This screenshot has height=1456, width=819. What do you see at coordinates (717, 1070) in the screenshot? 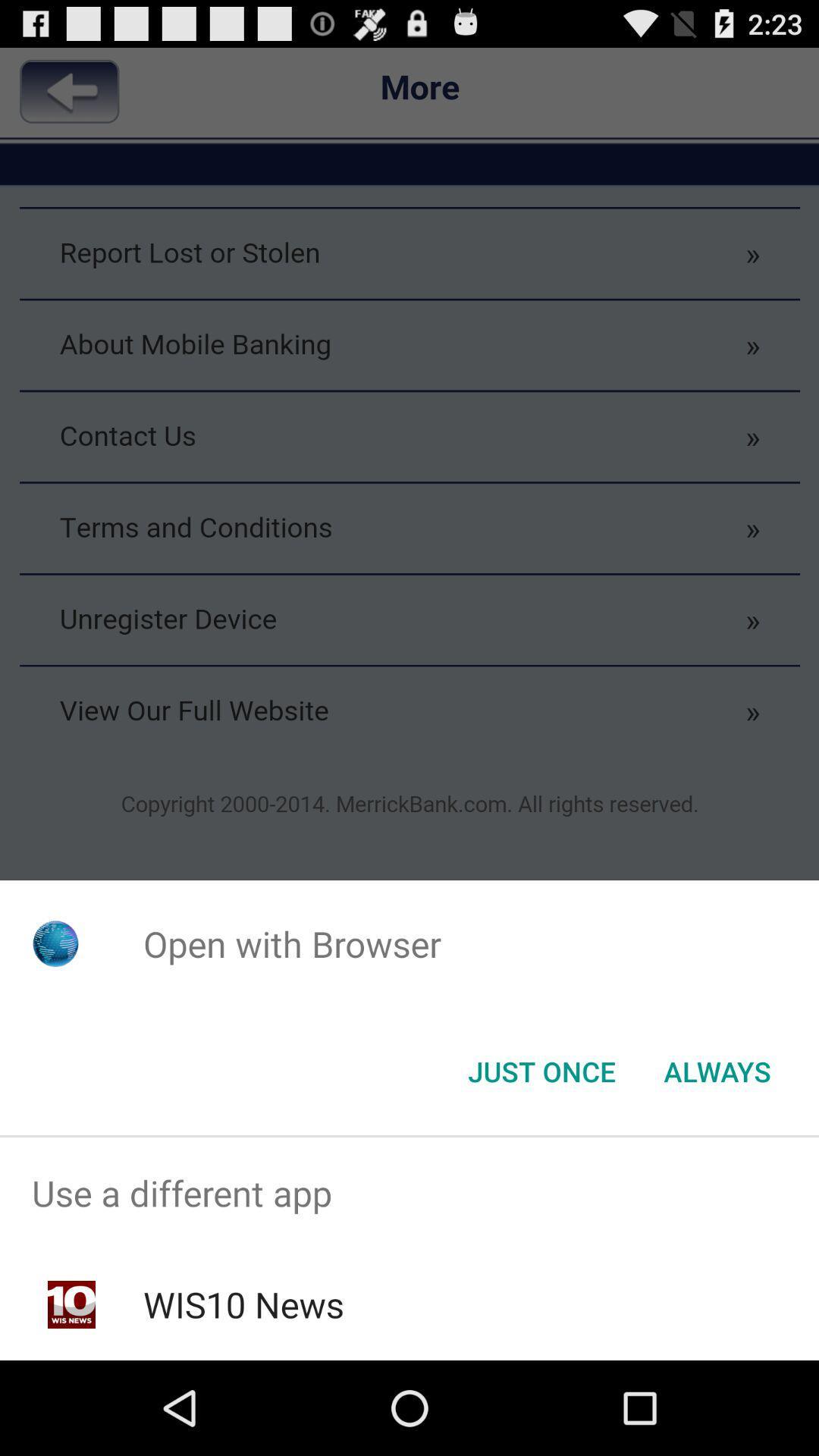
I see `the item below the open with browser app` at bounding box center [717, 1070].